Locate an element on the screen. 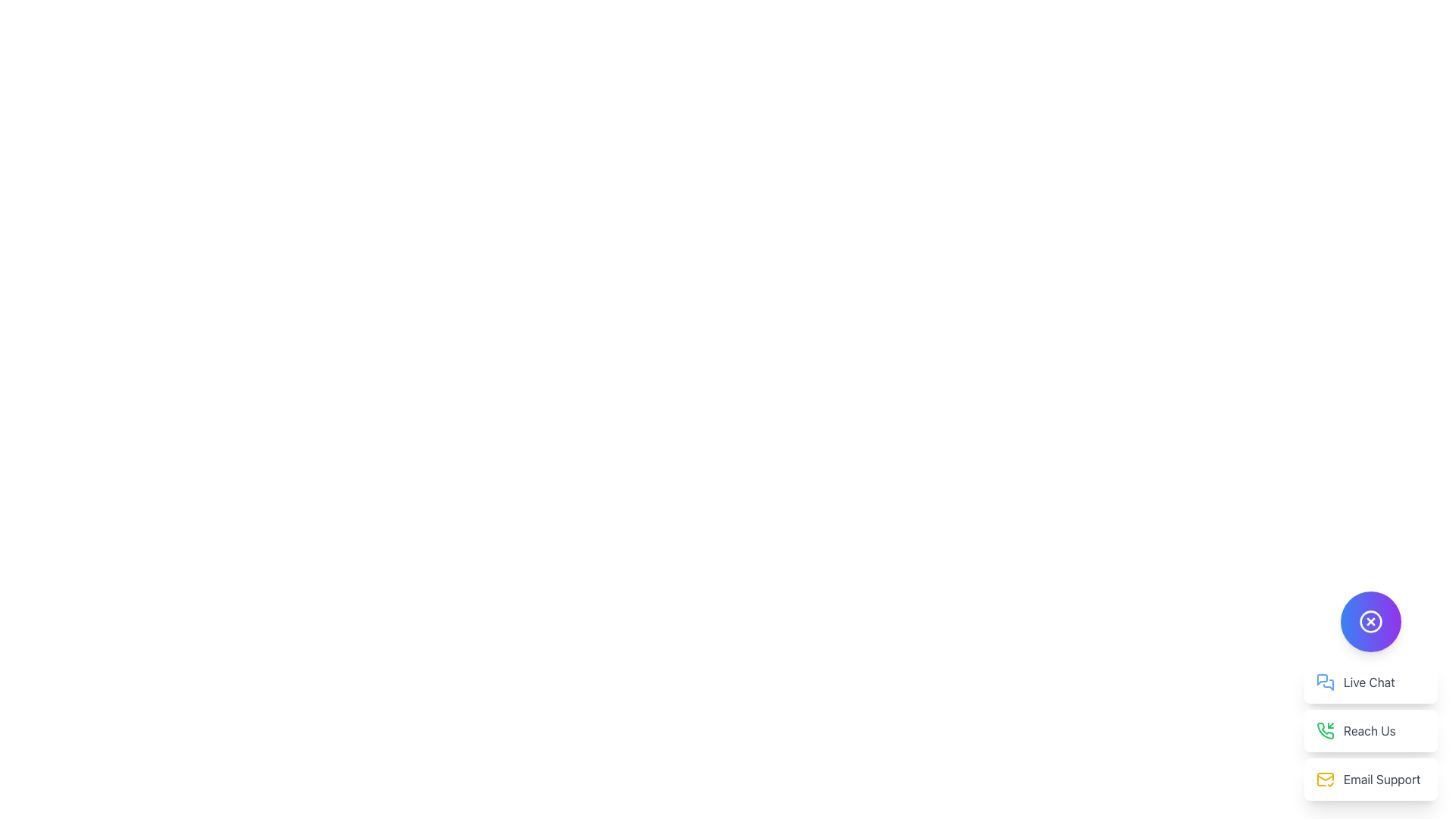  the text indicating an option for contacting support via email, located in the third white box with rounded corners and shadow effects in the bottom-right corner of the interface is located at coordinates (1382, 780).